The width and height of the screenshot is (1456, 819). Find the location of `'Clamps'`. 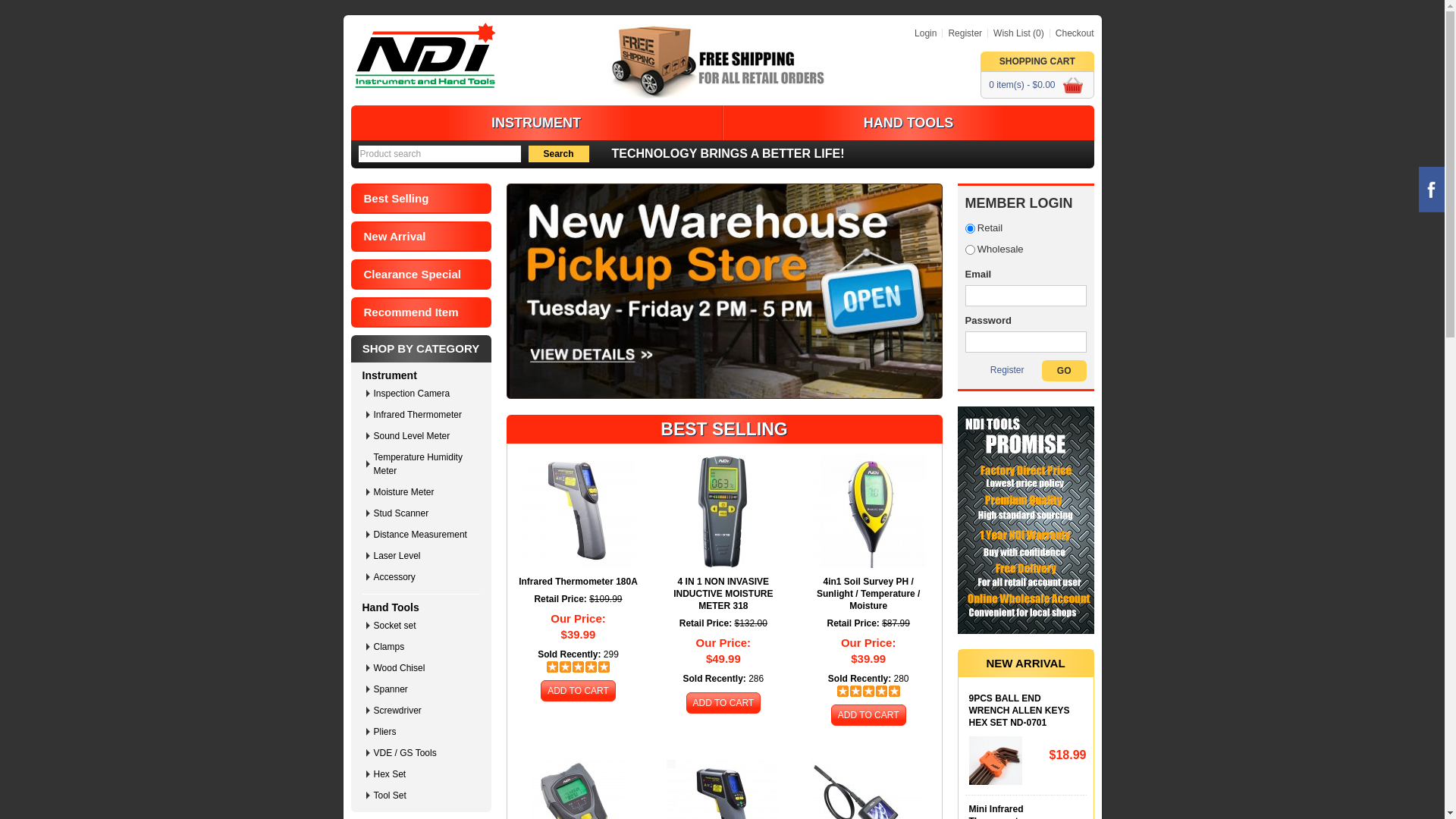

'Clamps' is located at coordinates (424, 646).